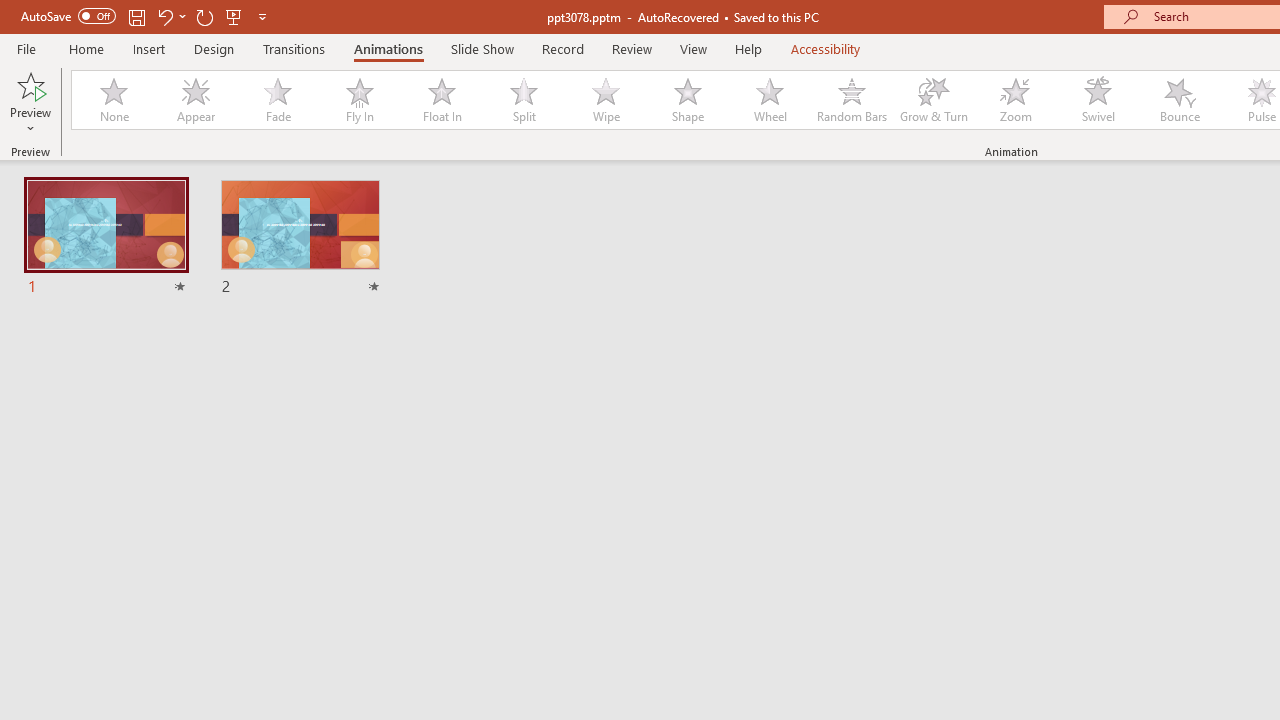 This screenshot has height=720, width=1280. What do you see at coordinates (826, 48) in the screenshot?
I see `'Accessibility'` at bounding box center [826, 48].